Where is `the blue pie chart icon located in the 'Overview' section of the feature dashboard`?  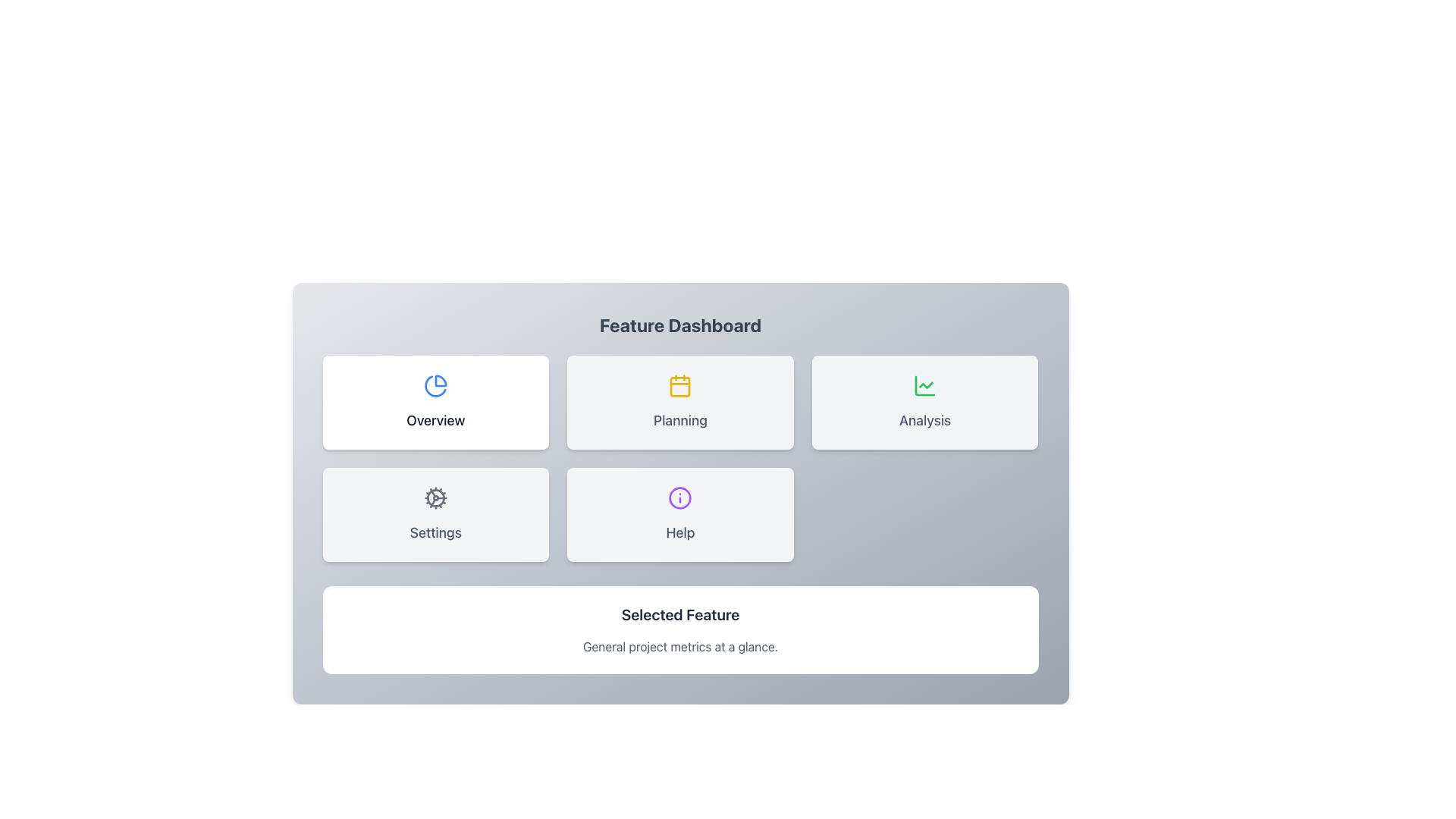
the blue pie chart icon located in the 'Overview' section of the feature dashboard is located at coordinates (435, 385).